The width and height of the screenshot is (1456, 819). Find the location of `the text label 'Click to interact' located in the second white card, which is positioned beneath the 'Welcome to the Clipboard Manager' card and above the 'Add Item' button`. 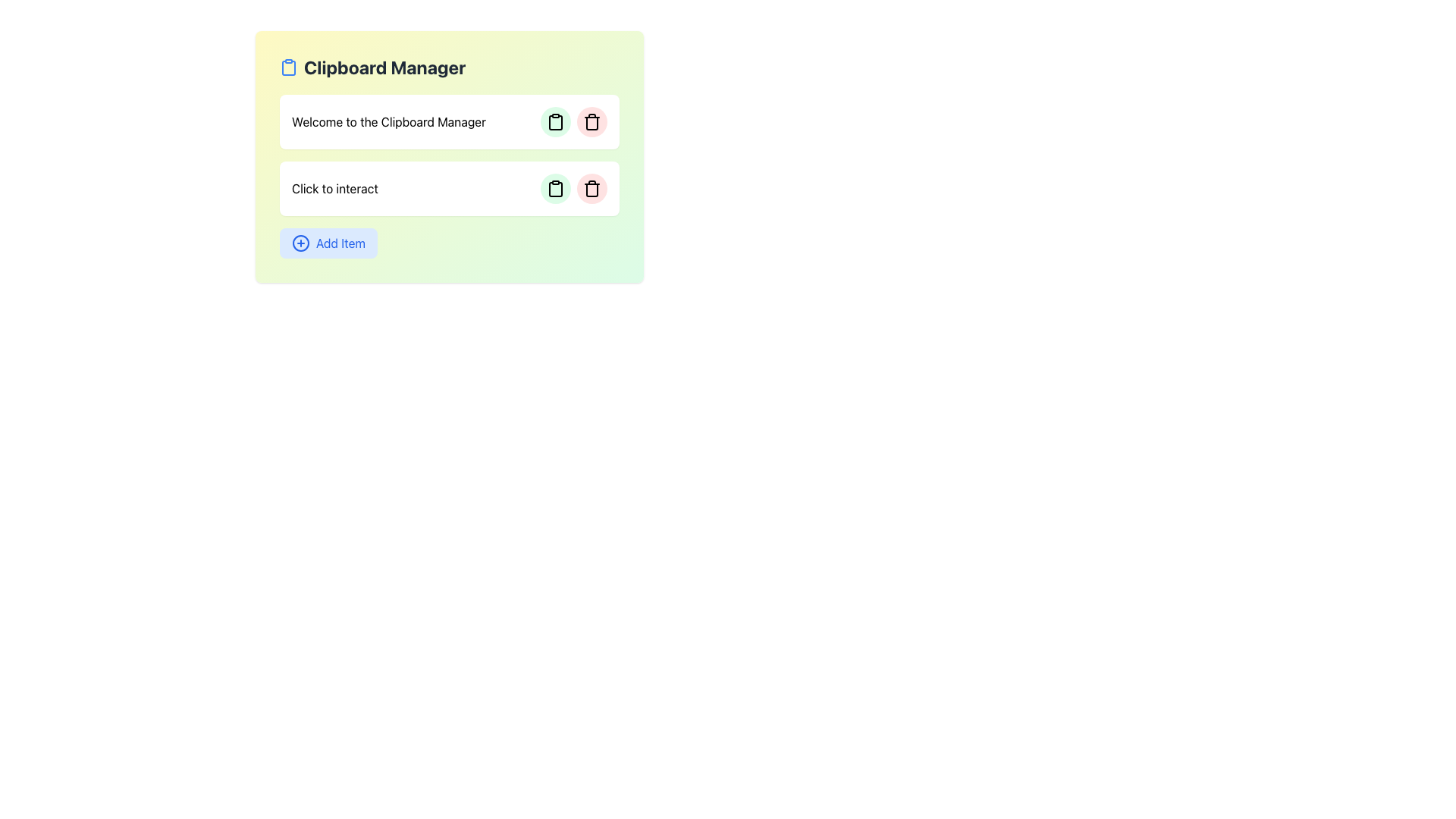

the text label 'Click to interact' located in the second white card, which is positioned beneath the 'Welcome to the Clipboard Manager' card and above the 'Add Item' button is located at coordinates (334, 188).